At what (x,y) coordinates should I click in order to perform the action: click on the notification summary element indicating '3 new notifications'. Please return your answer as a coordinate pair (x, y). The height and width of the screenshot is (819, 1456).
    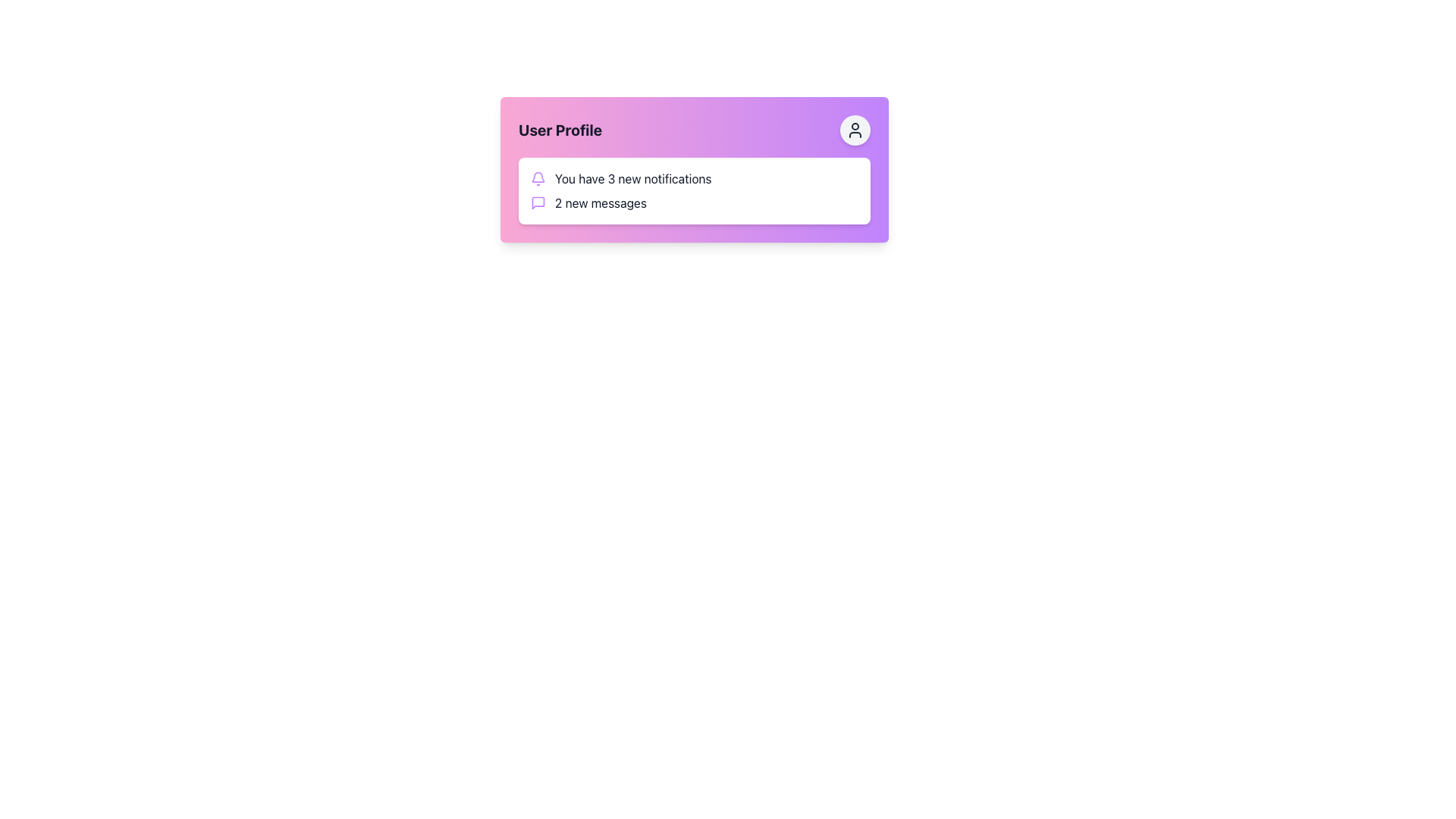
    Looking at the image, I should click on (694, 177).